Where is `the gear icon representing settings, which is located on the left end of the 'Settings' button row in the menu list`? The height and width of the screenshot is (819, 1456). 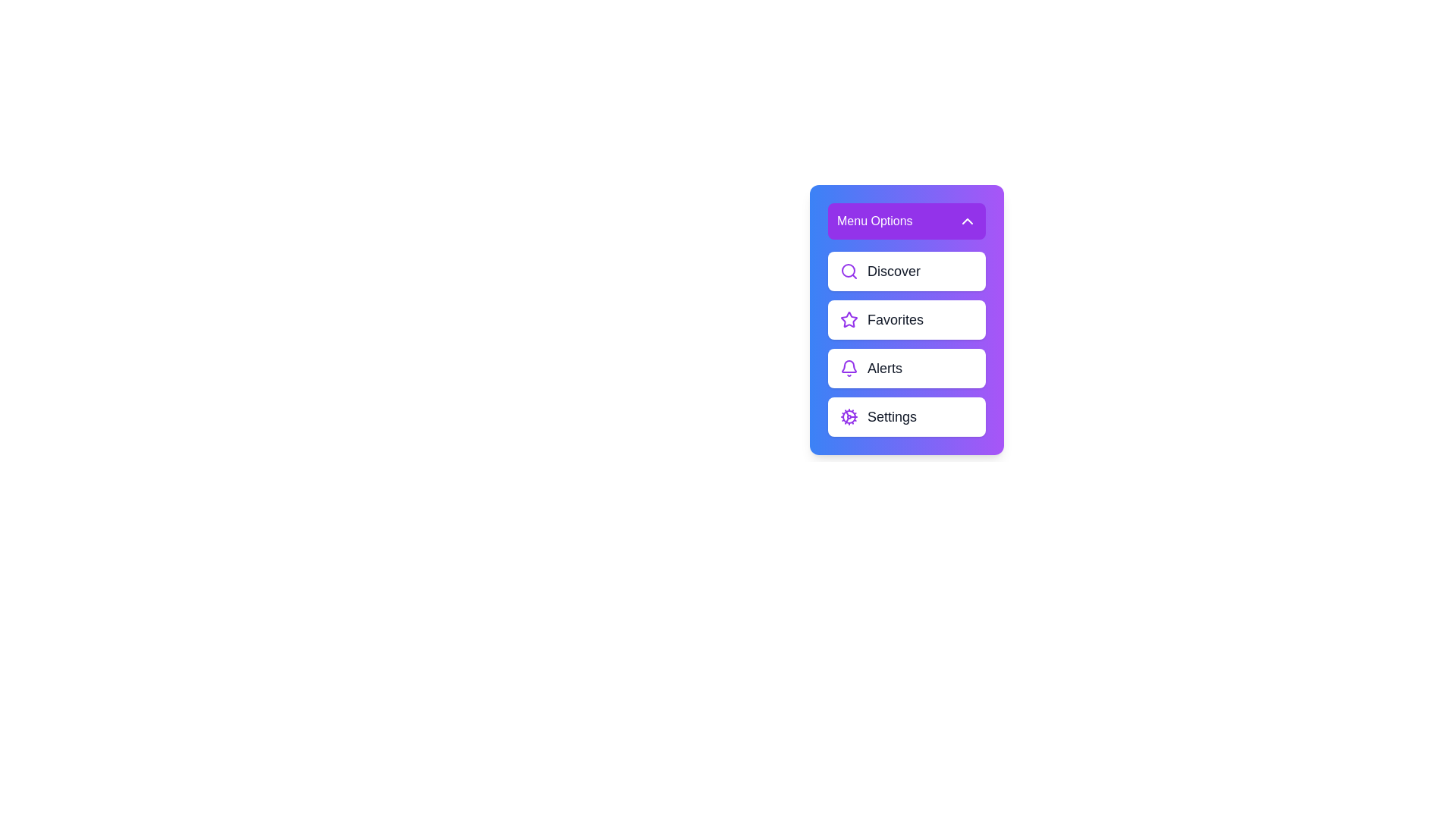
the gear icon representing settings, which is located on the left end of the 'Settings' button row in the menu list is located at coordinates (848, 417).